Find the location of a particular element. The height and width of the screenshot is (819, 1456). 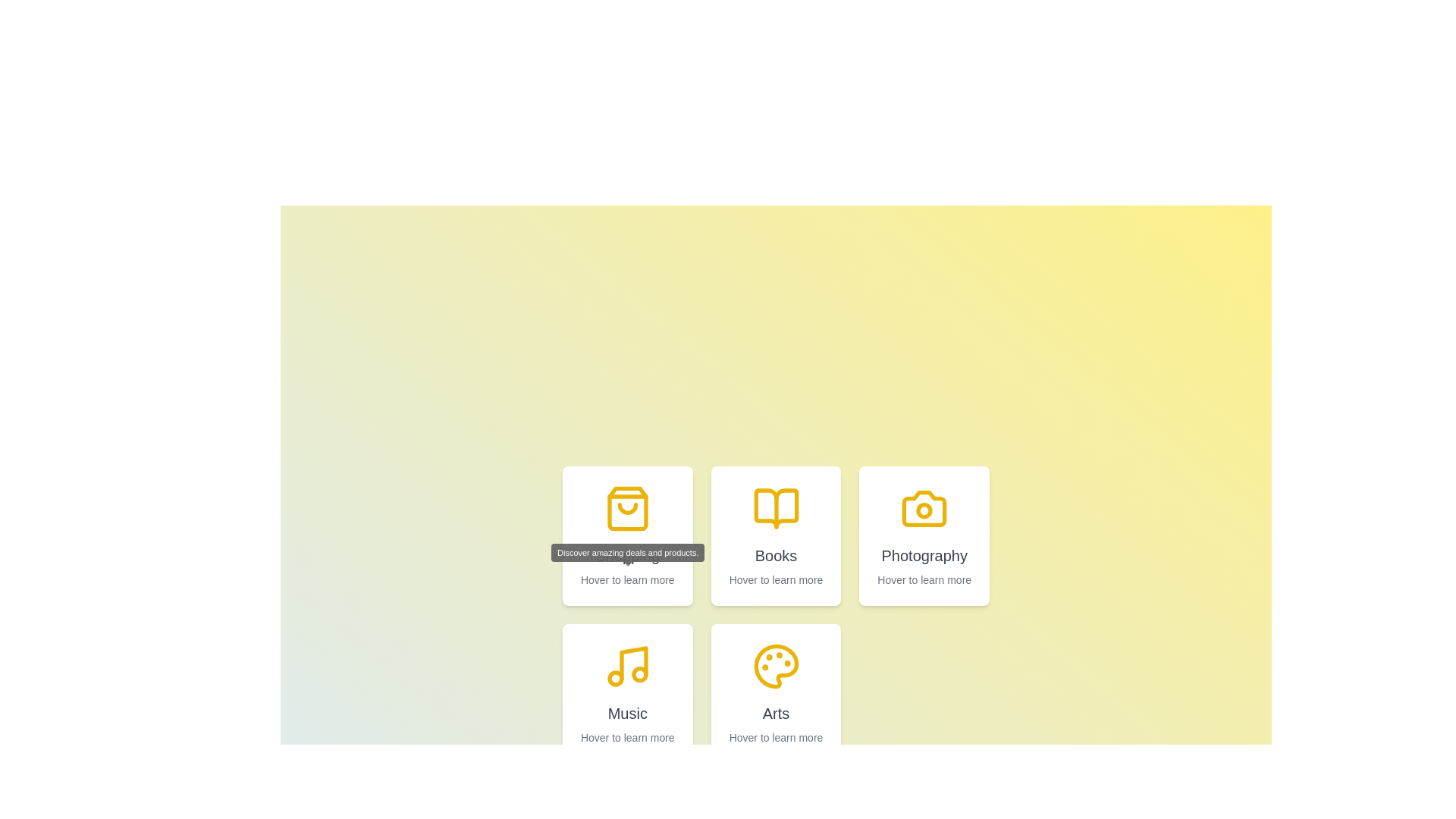

the open book icon with a yellow hue, located in the second column of the top row, above the text 'Books' and 'Hover to learn more' is located at coordinates (776, 509).